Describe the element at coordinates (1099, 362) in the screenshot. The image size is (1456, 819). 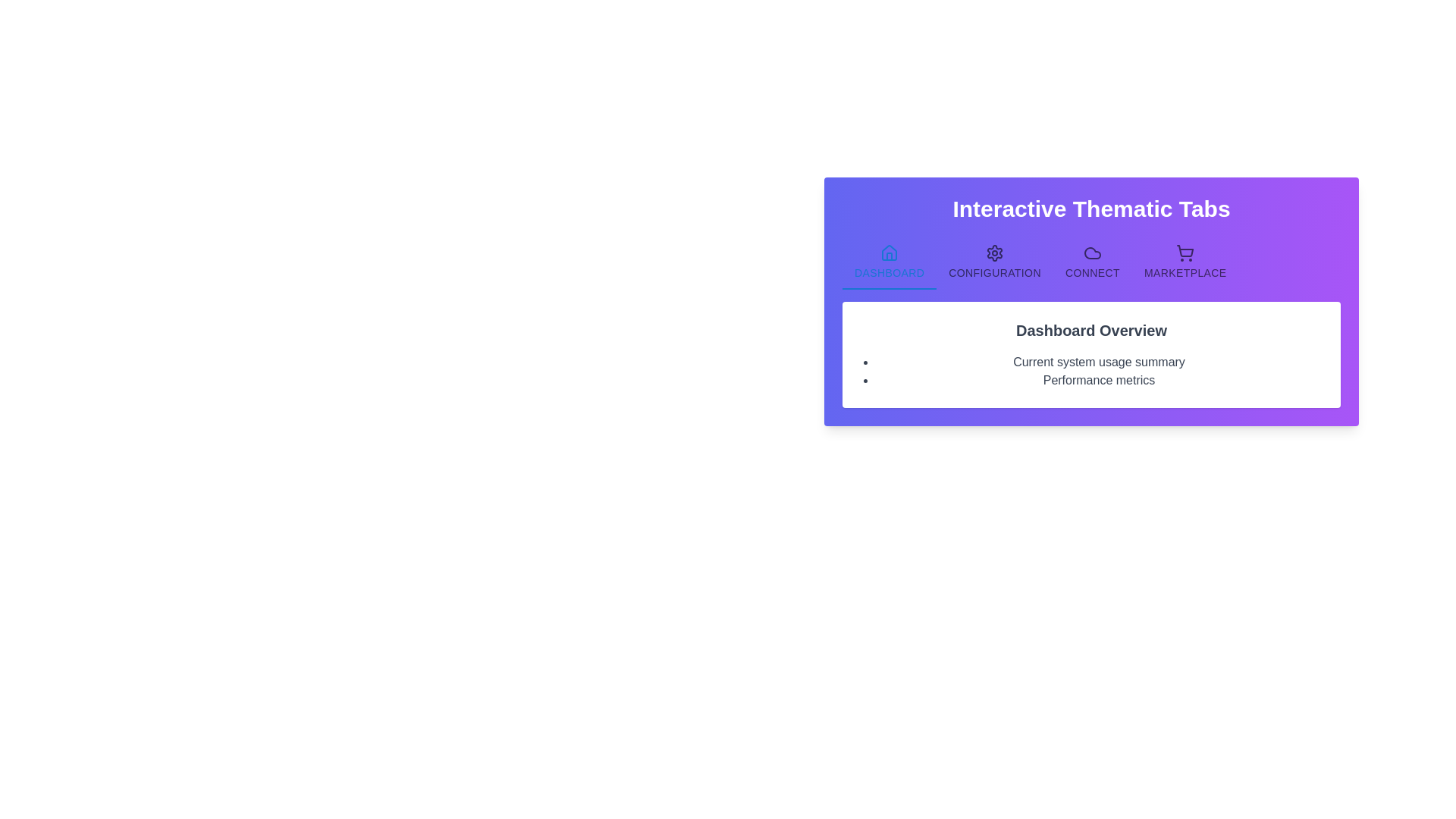
I see `the Text label that serves as a summary title for the current system usage section, located in the dashboard interface, positioned slightly above the 'Performance metrics' text` at that location.